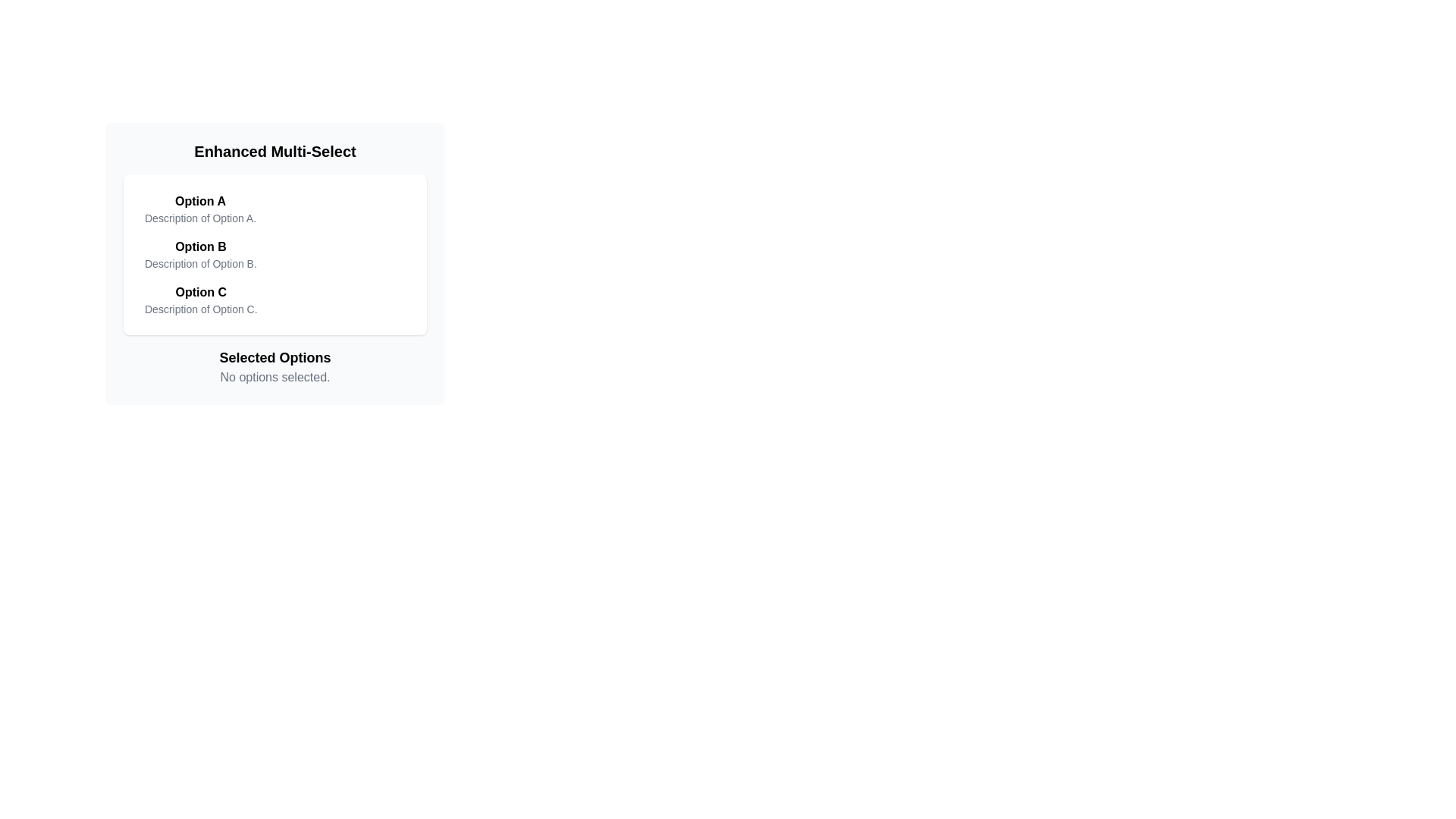  What do you see at coordinates (199, 201) in the screenshot?
I see `the main title Label located at the top of the list box under 'Enhanced Multi-Select', which serves as a concise identifier for the option presented` at bounding box center [199, 201].